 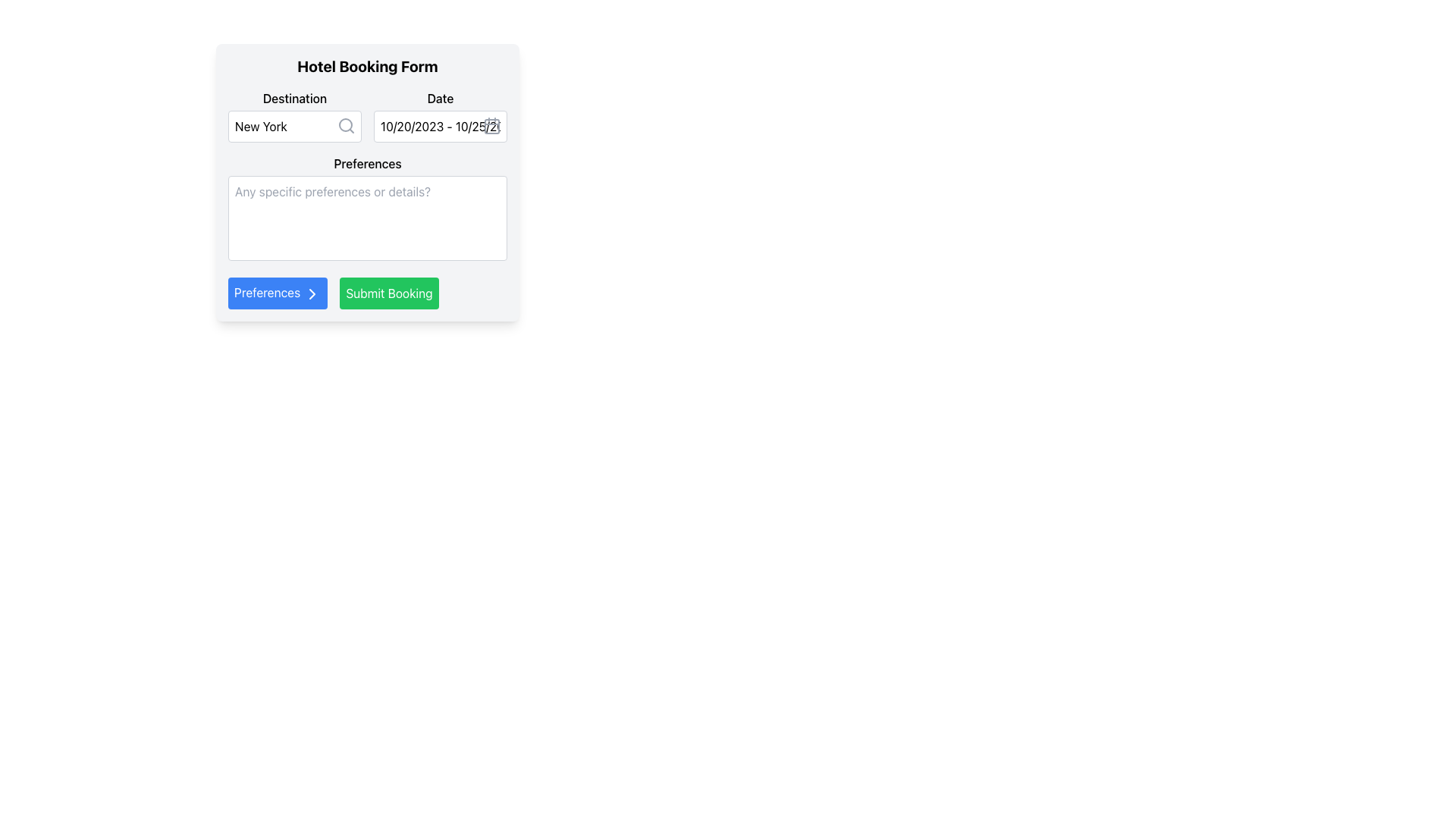 What do you see at coordinates (367, 164) in the screenshot?
I see `the label that describes the preferences section, positioned above the multi-line text input field` at bounding box center [367, 164].